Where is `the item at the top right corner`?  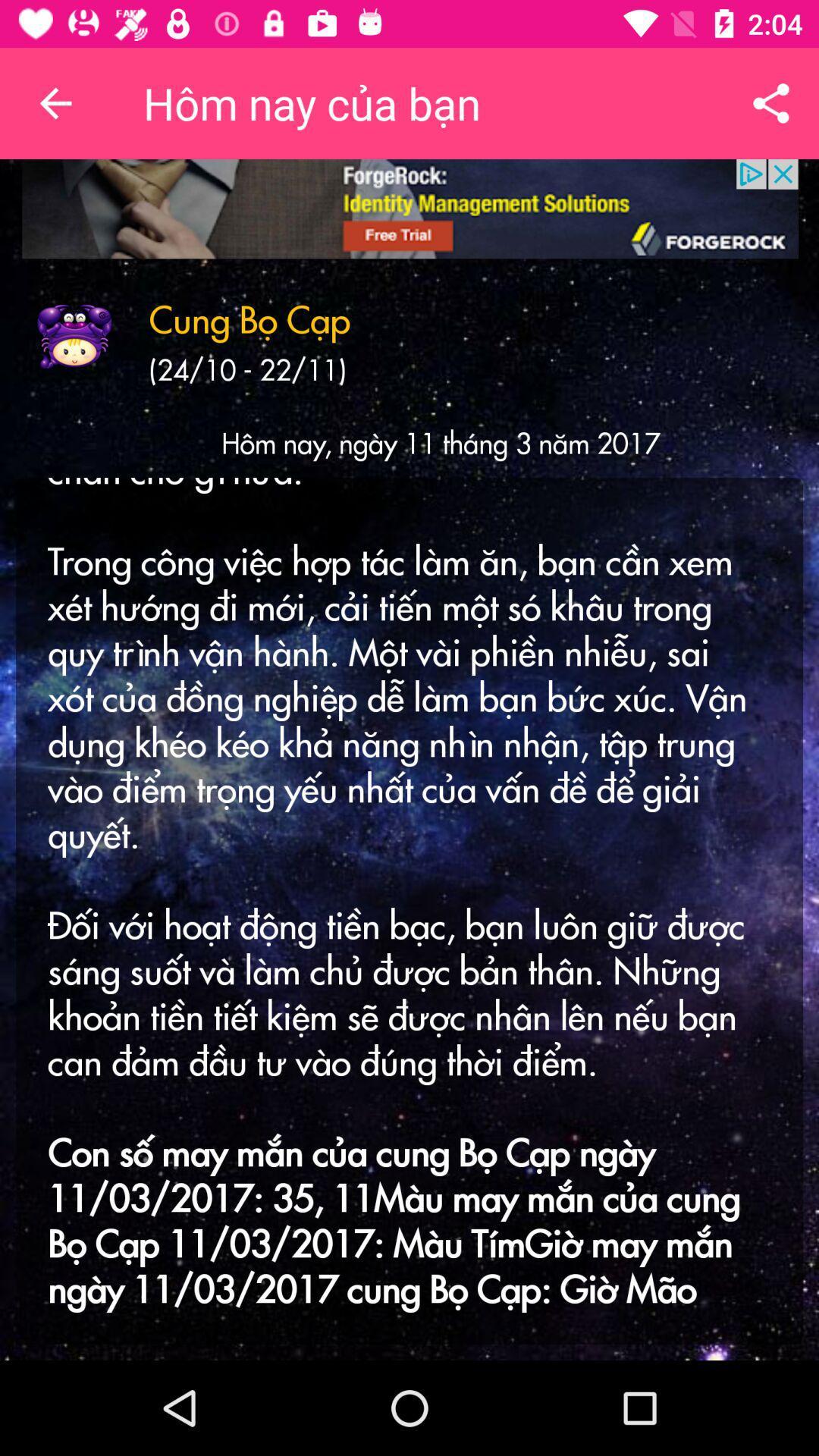
the item at the top right corner is located at coordinates (771, 102).